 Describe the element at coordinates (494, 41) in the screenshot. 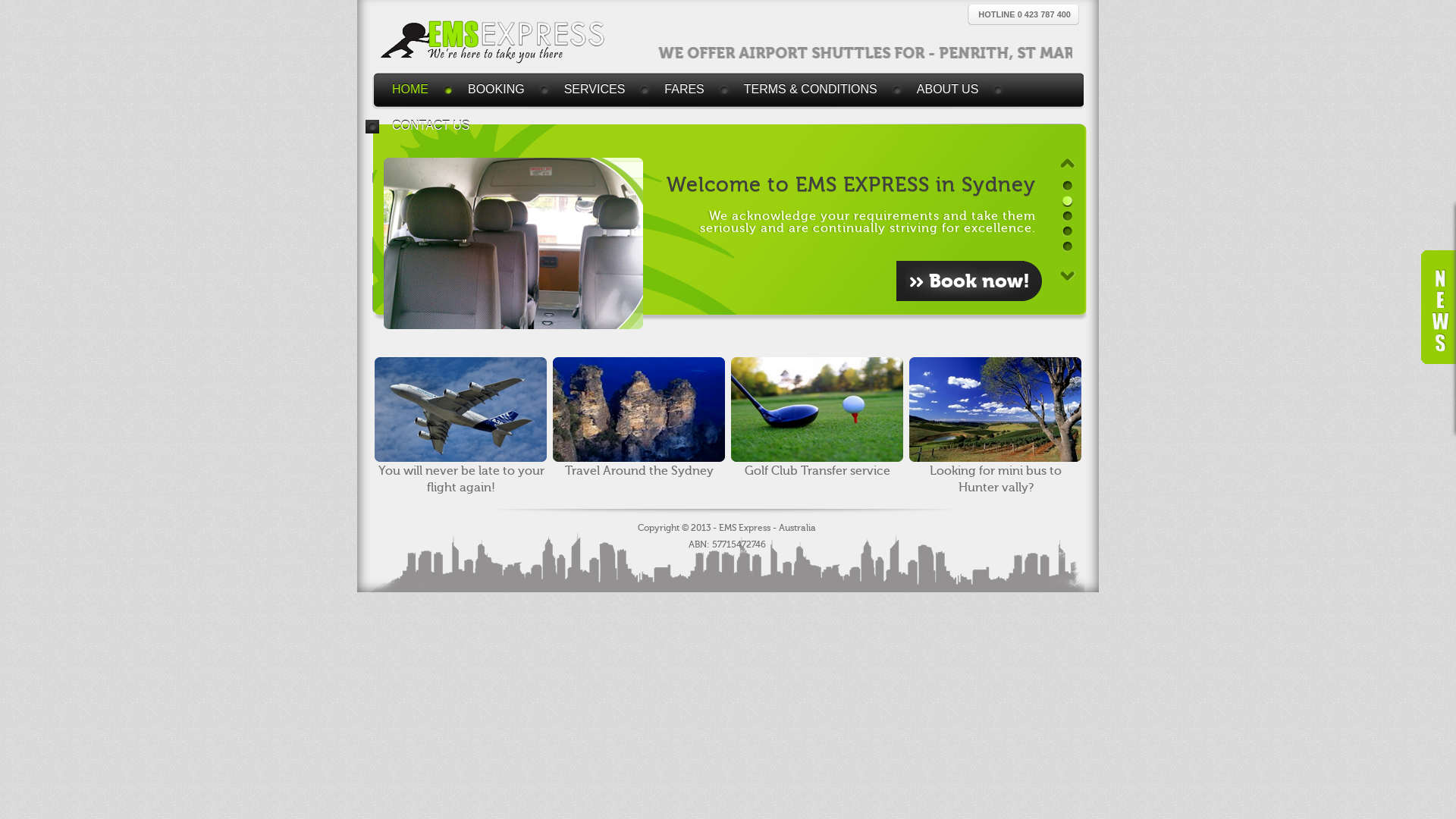

I see `'EMS EXPRESS'` at that location.